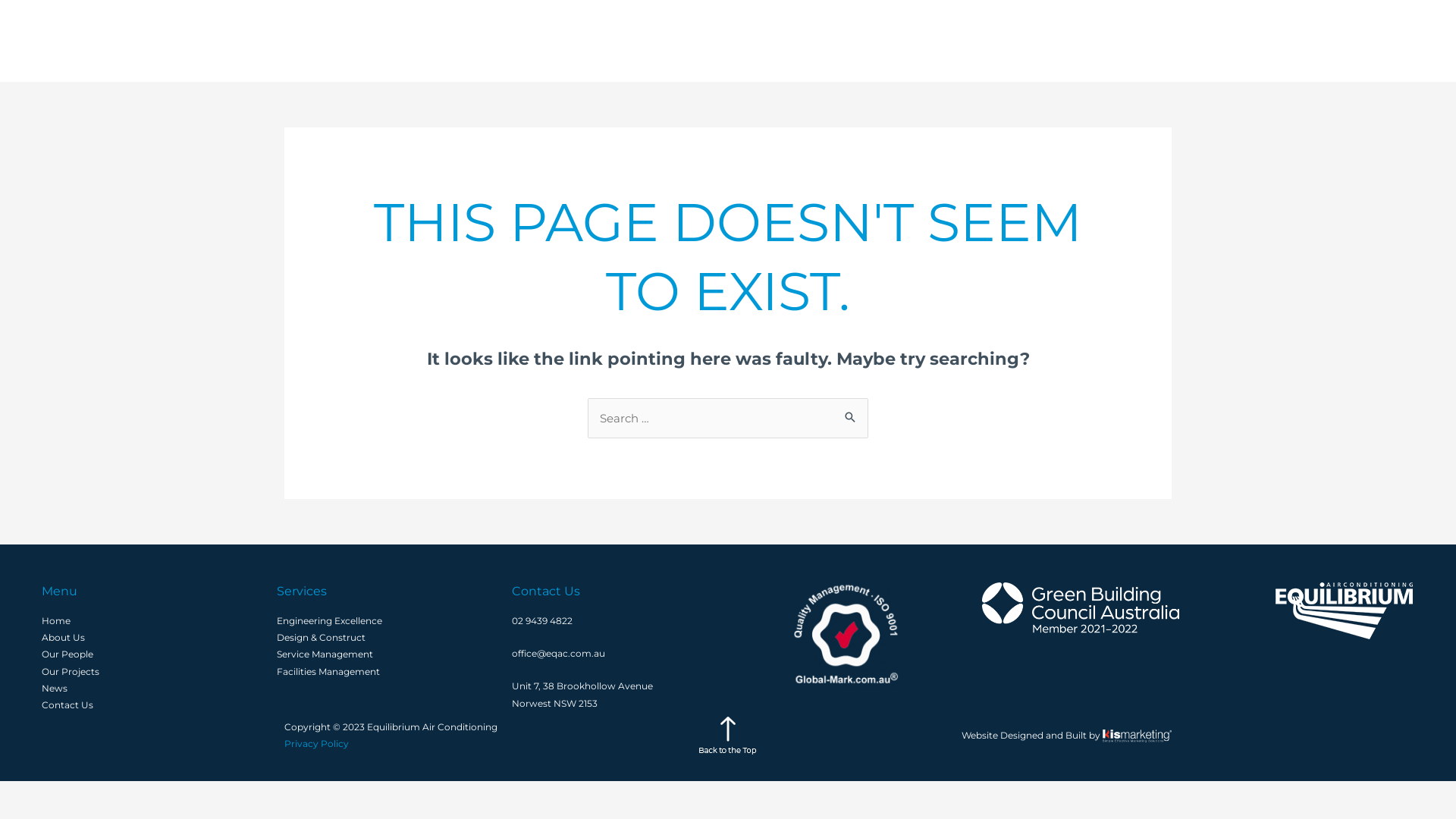 This screenshot has height=819, width=1456. I want to click on 'News', so click(55, 688).